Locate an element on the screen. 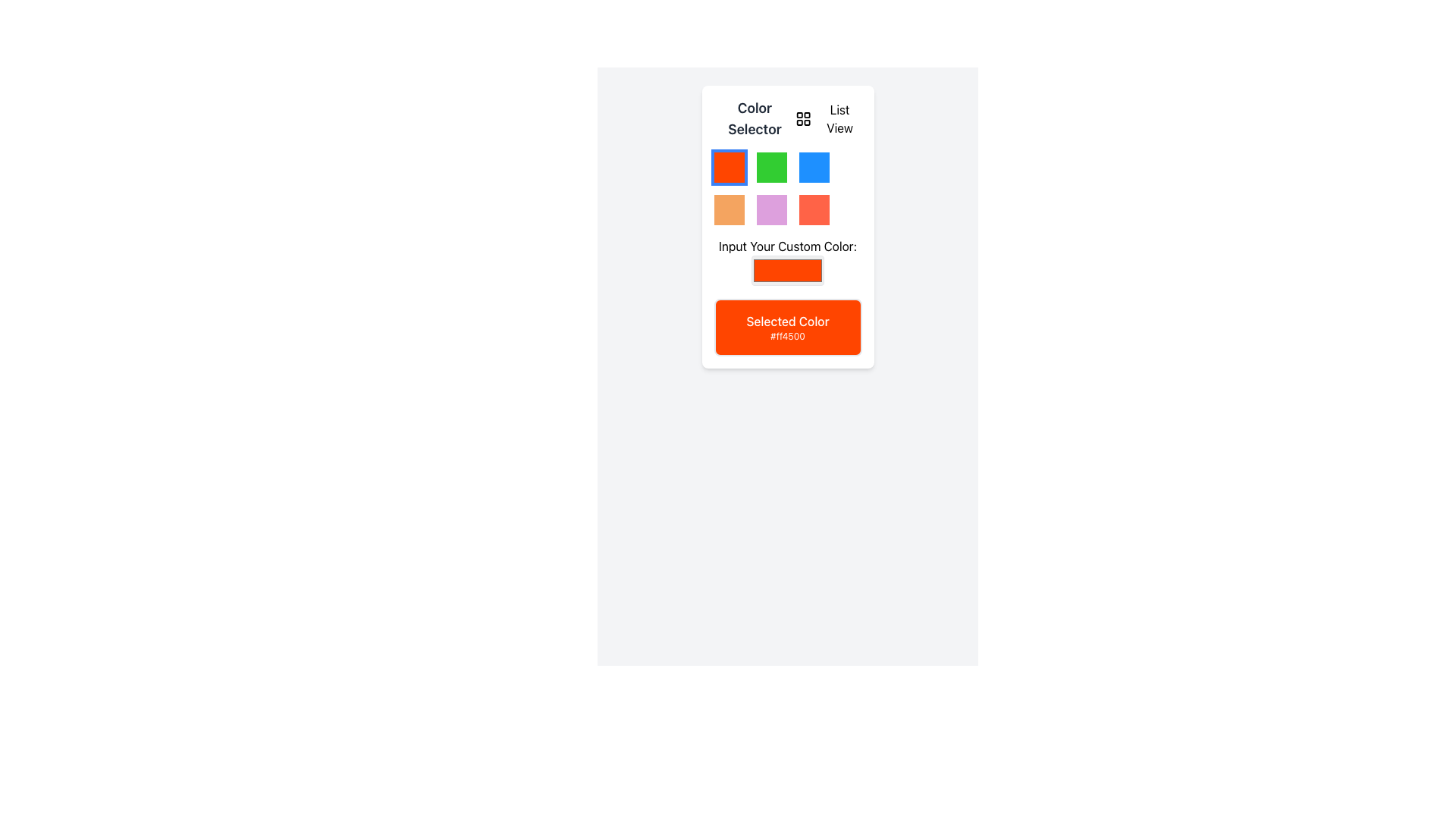 The width and height of the screenshot is (1456, 819). the text label that reads 'Input Your Custom Color:' which is styled in bold black font, located within the color selector panel above the color input box is located at coordinates (787, 245).